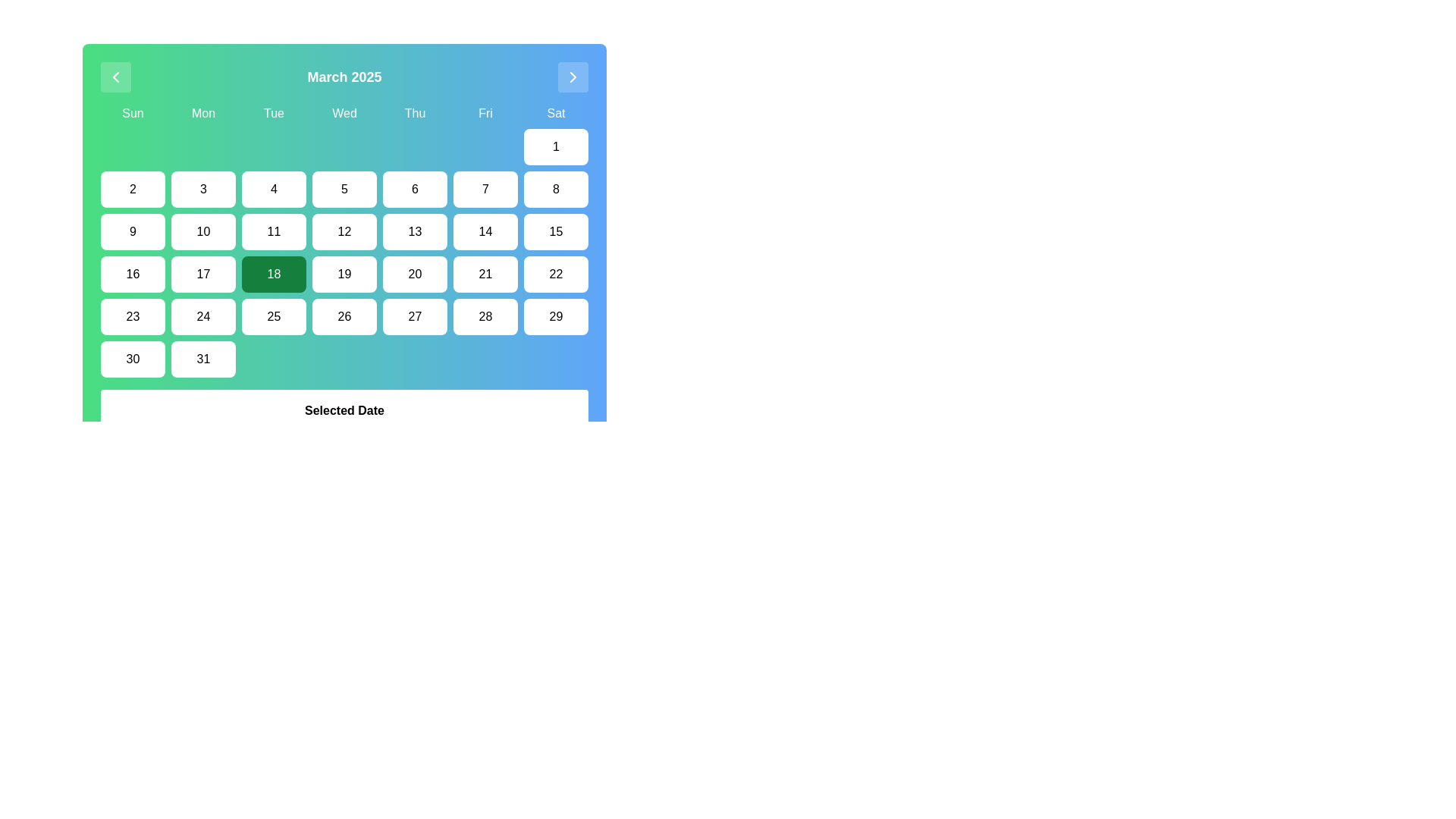 The width and height of the screenshot is (1456, 819). What do you see at coordinates (344, 315) in the screenshot?
I see `the rectangular button with rounded corners containing the text '26'` at bounding box center [344, 315].